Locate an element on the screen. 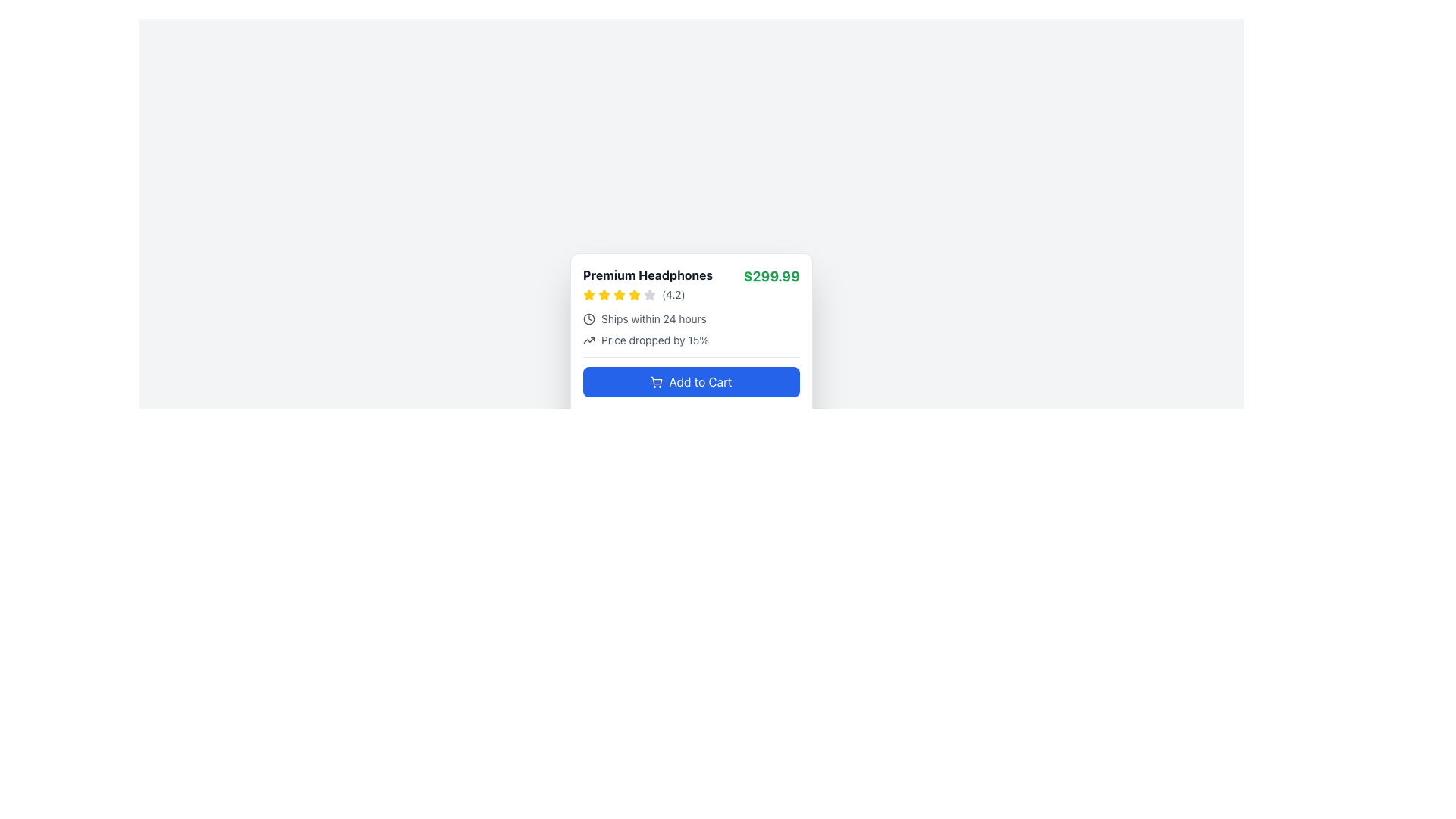 Image resolution: width=1456 pixels, height=819 pixels. the price text label located in the top-right corner of the product detail card to provide immediate cost information to users is located at coordinates (771, 277).